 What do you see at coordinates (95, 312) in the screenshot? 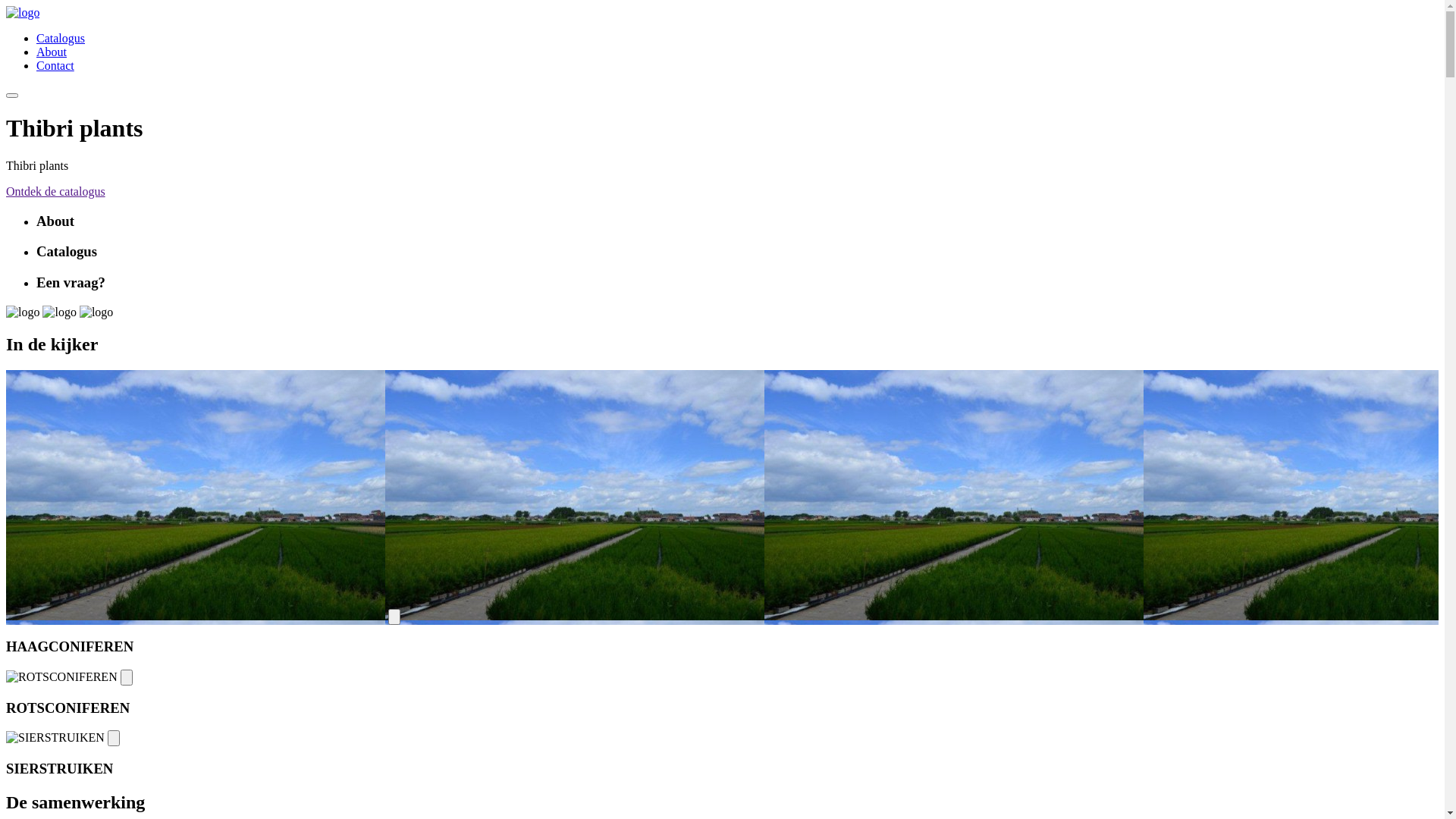
I see `'logo'` at bounding box center [95, 312].